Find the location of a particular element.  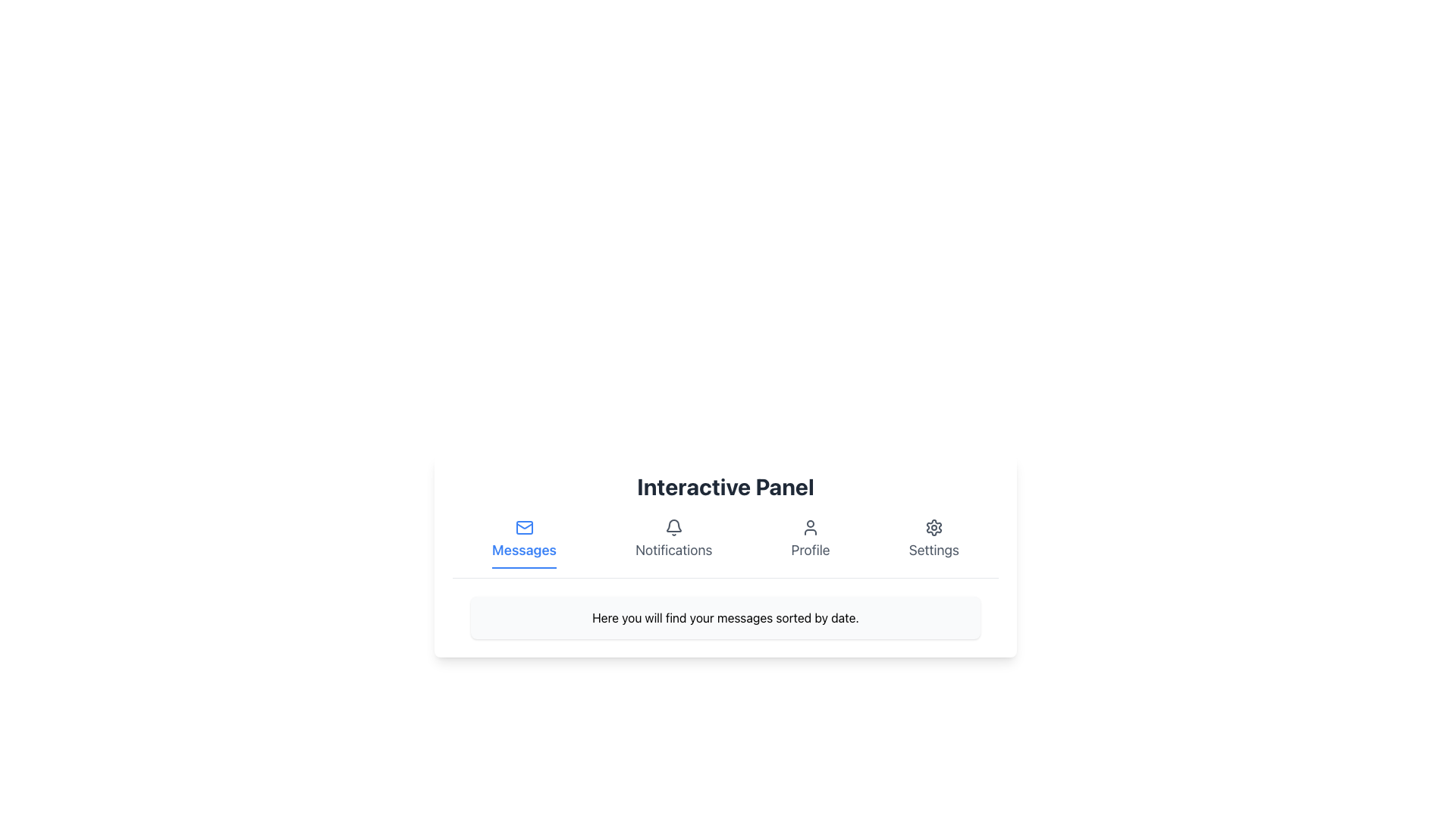

the envelope icon component representing the body of the envelope is located at coordinates (524, 526).